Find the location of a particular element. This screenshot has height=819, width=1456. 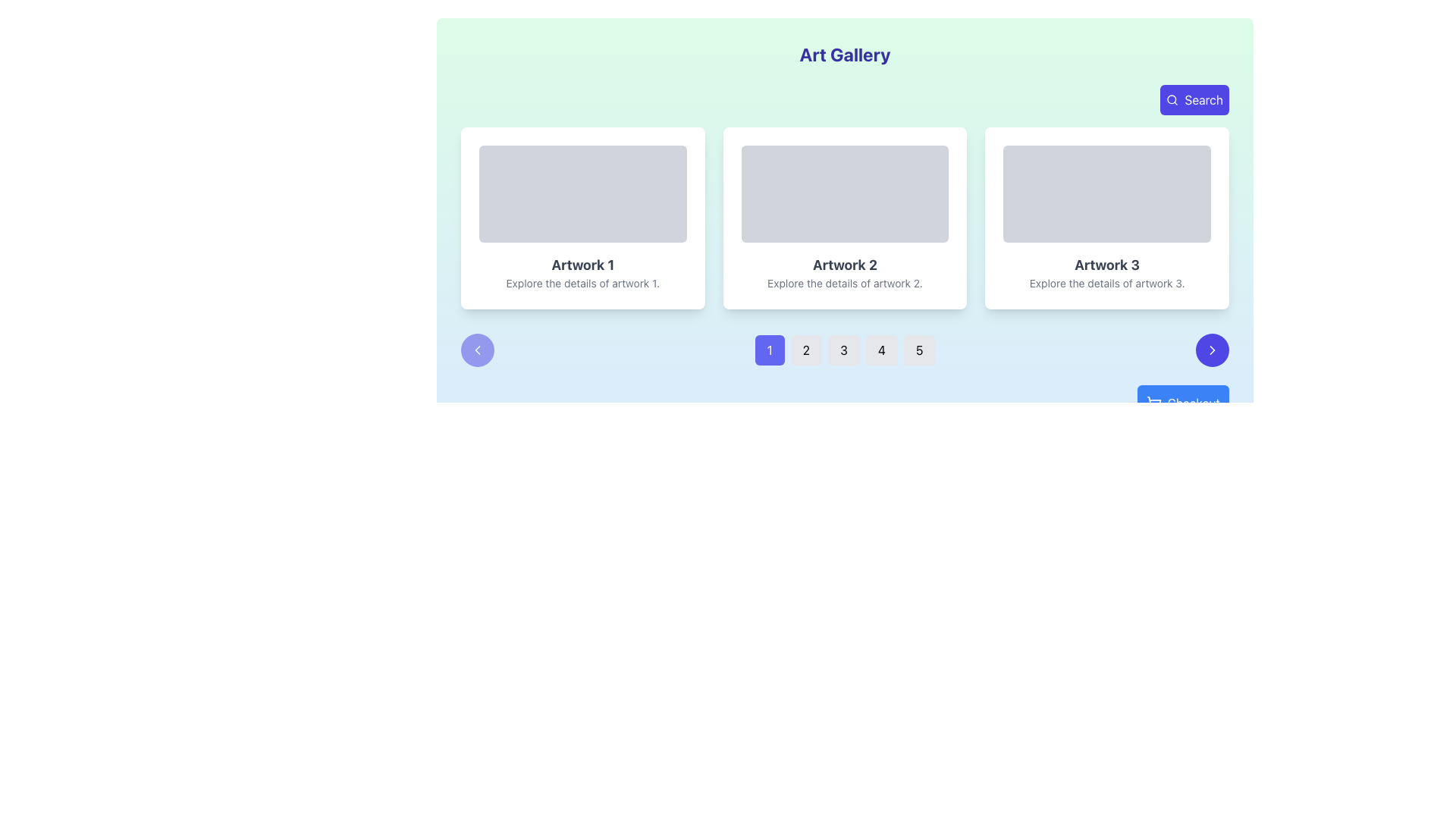

the rectangular button with rounded corners, light gray background, and the numeral '2' in bold is located at coordinates (805, 350).